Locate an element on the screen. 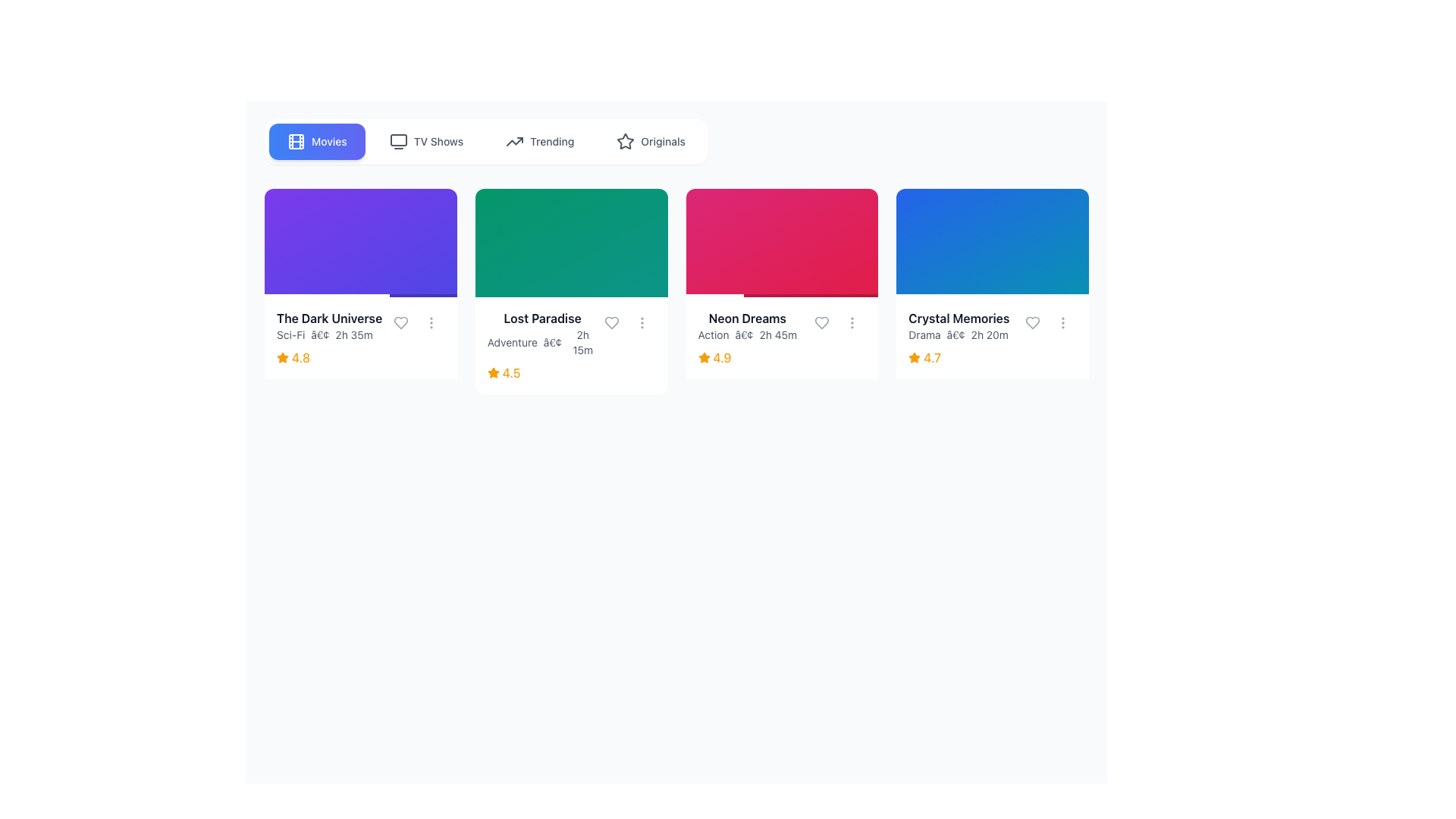 The image size is (1456, 819). the favorite icon button located at the top-right corner of the movie card for 'The Dark Universe' is located at coordinates (400, 322).